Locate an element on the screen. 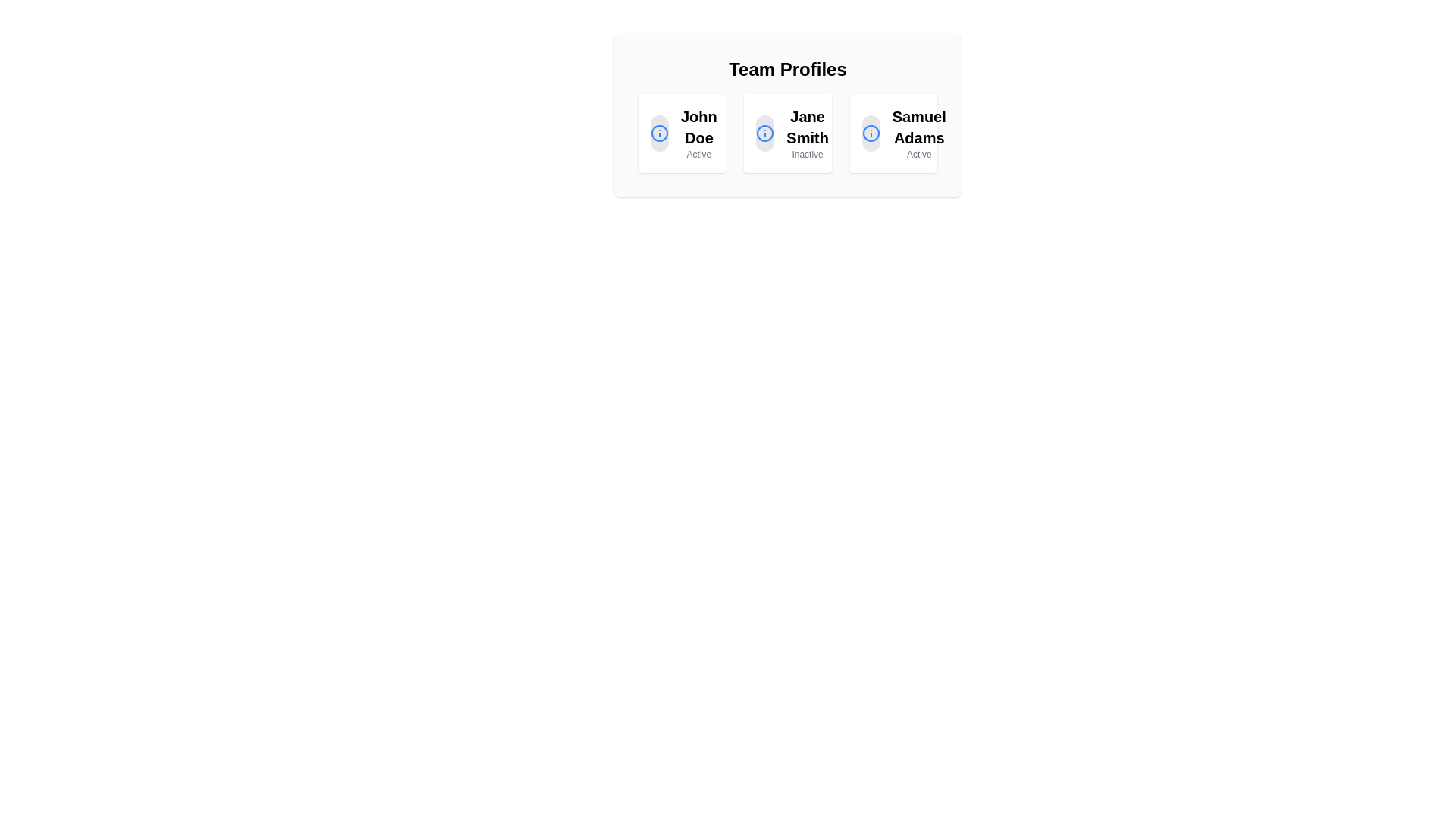  the label displaying the user's name with the status 'Inactive', located in the second card beneath 'Team Profiles' is located at coordinates (807, 133).